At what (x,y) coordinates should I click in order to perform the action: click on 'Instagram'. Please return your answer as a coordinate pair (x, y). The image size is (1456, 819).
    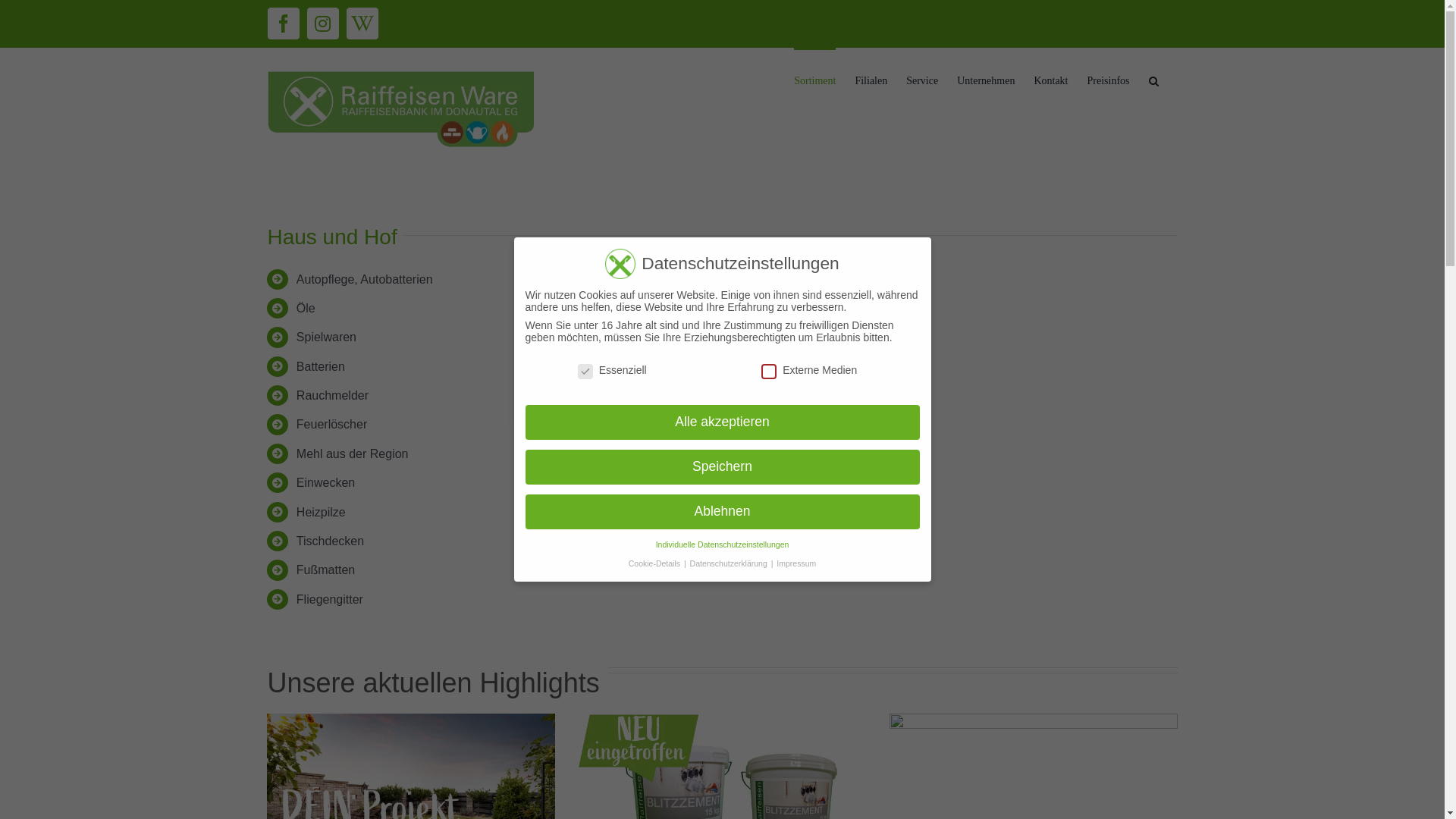
    Looking at the image, I should click on (305, 23).